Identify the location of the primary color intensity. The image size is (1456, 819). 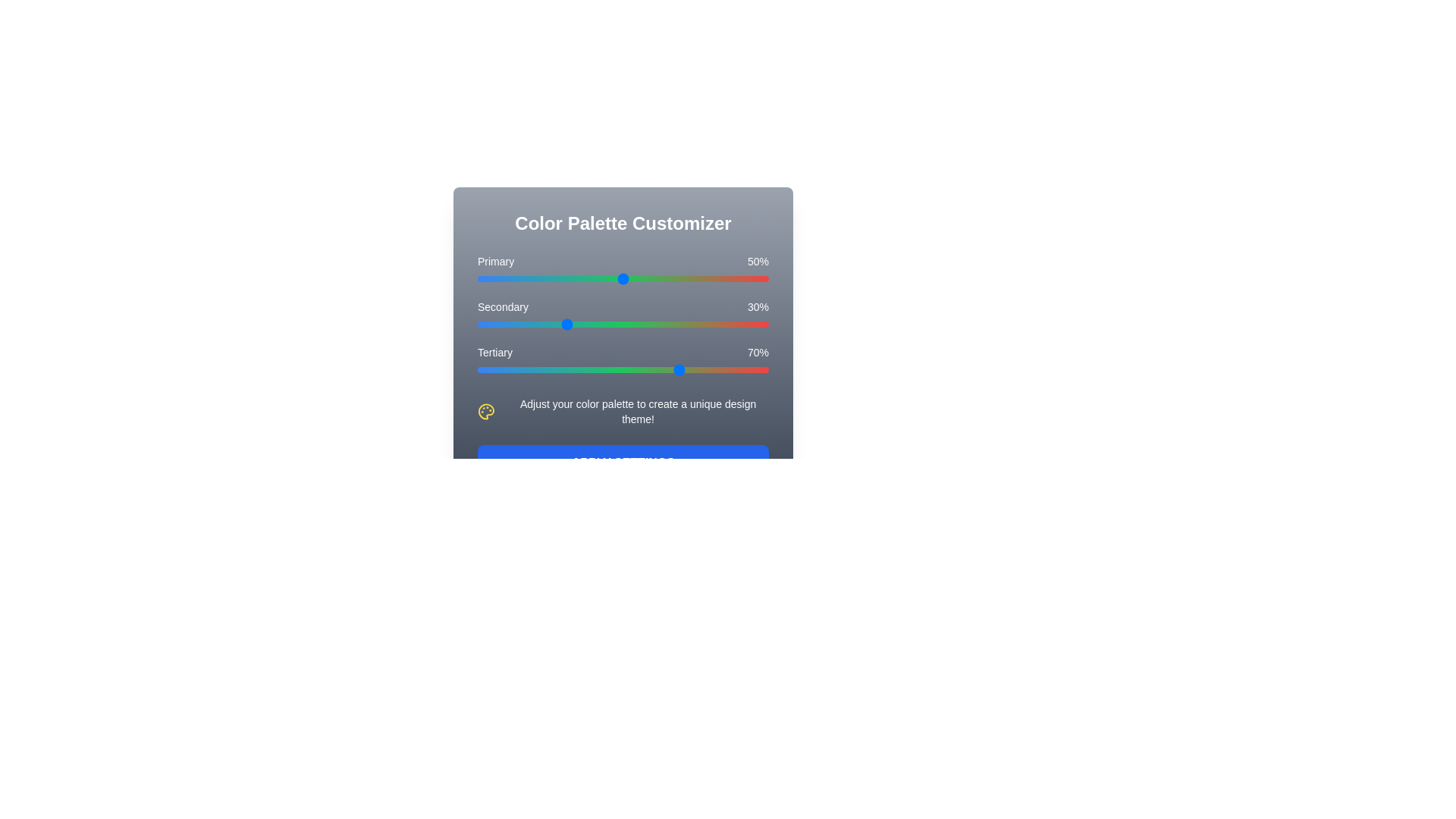
(587, 278).